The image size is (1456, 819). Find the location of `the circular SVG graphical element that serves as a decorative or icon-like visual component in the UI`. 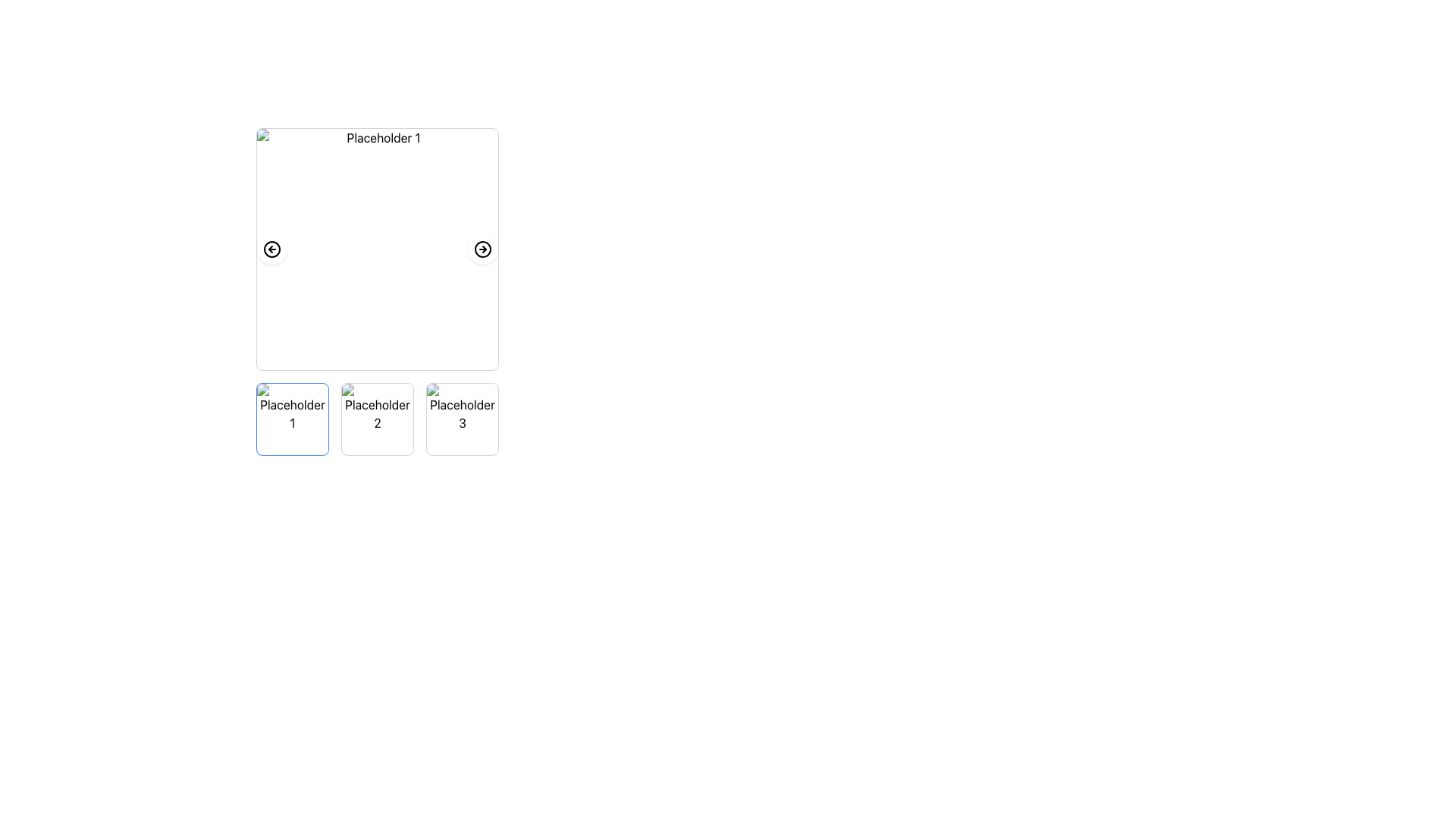

the circular SVG graphical element that serves as a decorative or icon-like visual component in the UI is located at coordinates (272, 248).